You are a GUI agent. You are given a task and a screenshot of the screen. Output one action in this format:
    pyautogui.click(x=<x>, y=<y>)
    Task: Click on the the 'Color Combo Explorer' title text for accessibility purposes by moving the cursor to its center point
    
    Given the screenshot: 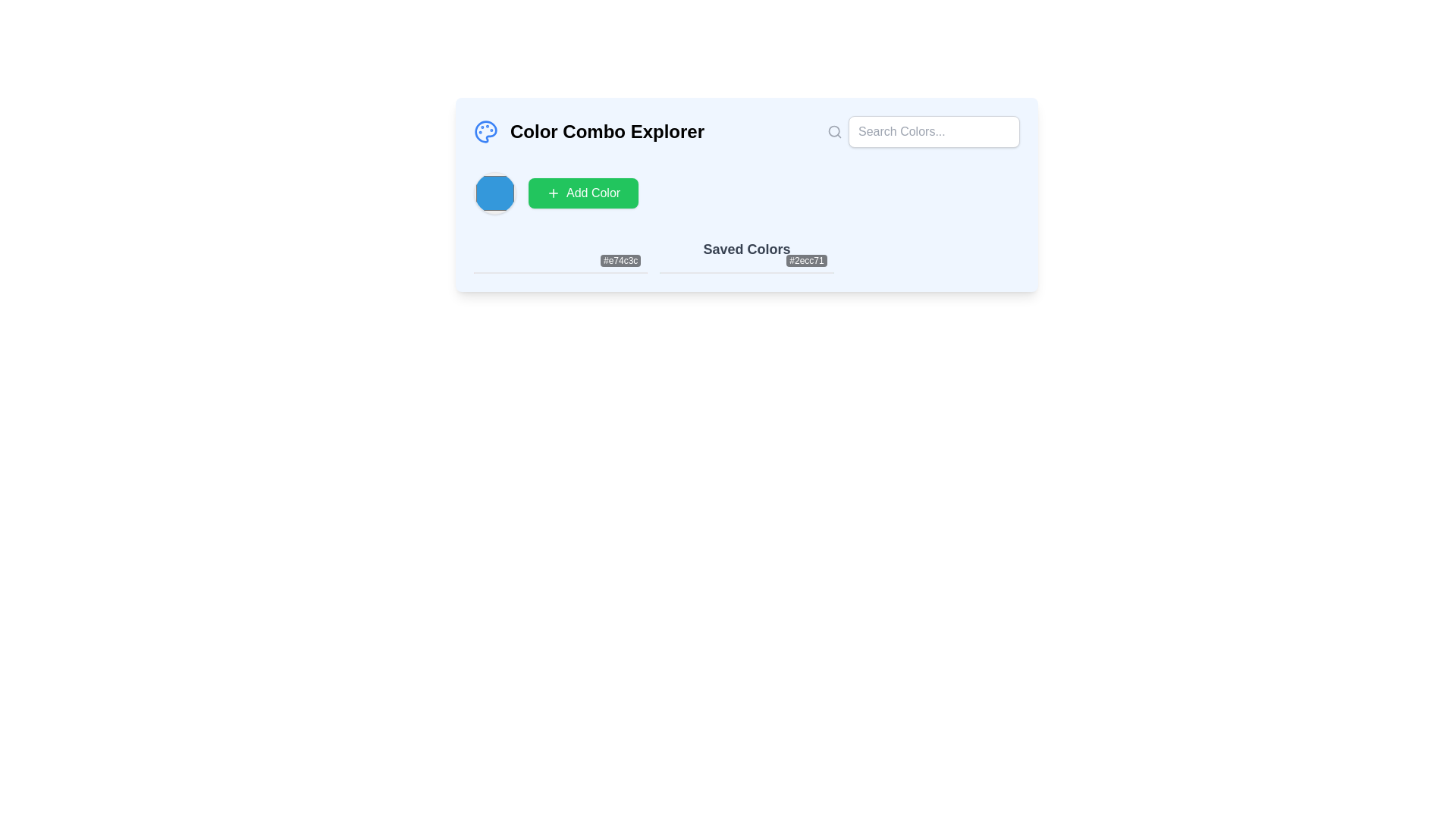 What is the action you would take?
    pyautogui.click(x=607, y=130)
    